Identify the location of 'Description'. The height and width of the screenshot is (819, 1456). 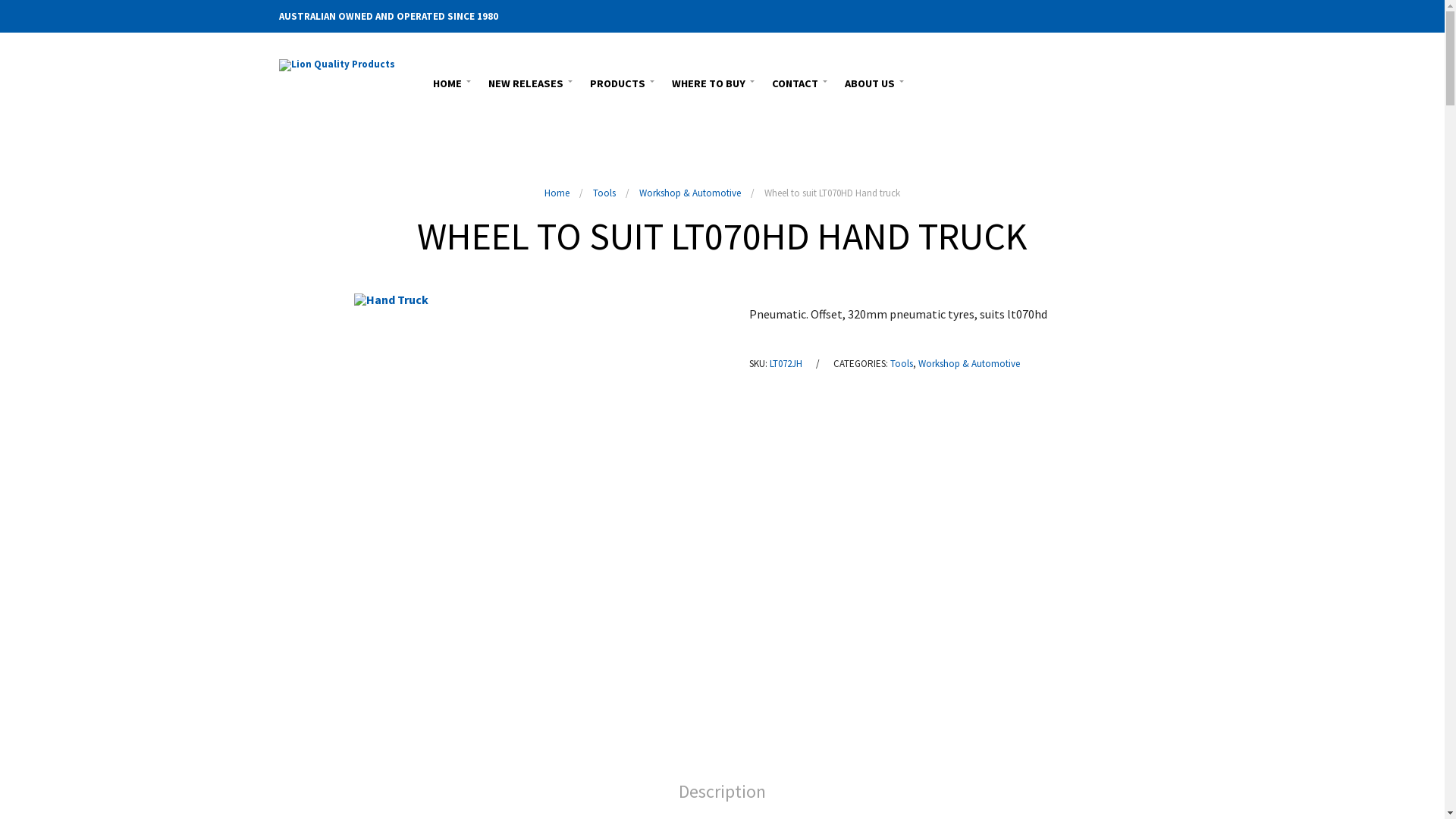
(721, 790).